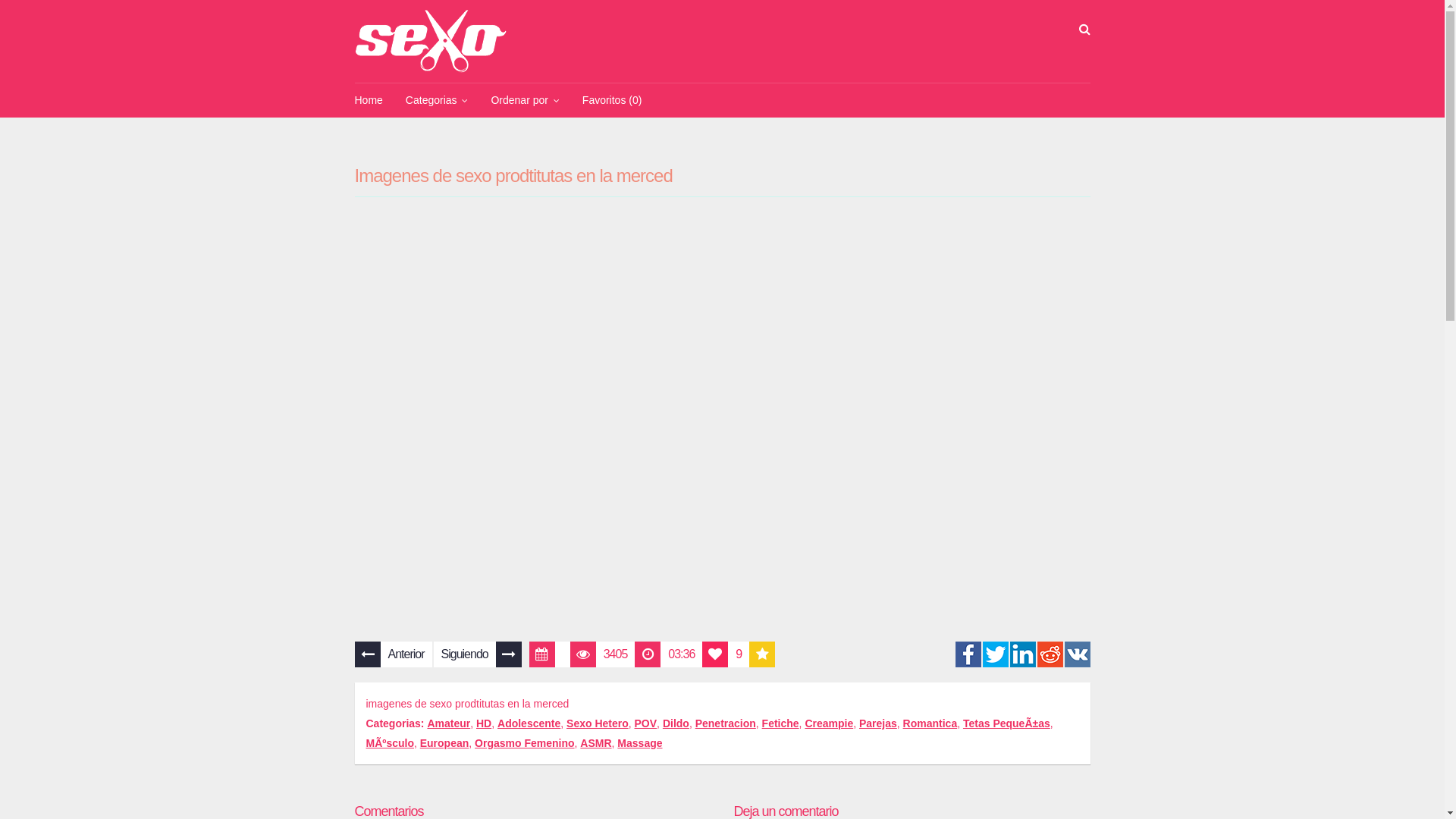  What do you see at coordinates (596, 722) in the screenshot?
I see `'Sexo Hetero'` at bounding box center [596, 722].